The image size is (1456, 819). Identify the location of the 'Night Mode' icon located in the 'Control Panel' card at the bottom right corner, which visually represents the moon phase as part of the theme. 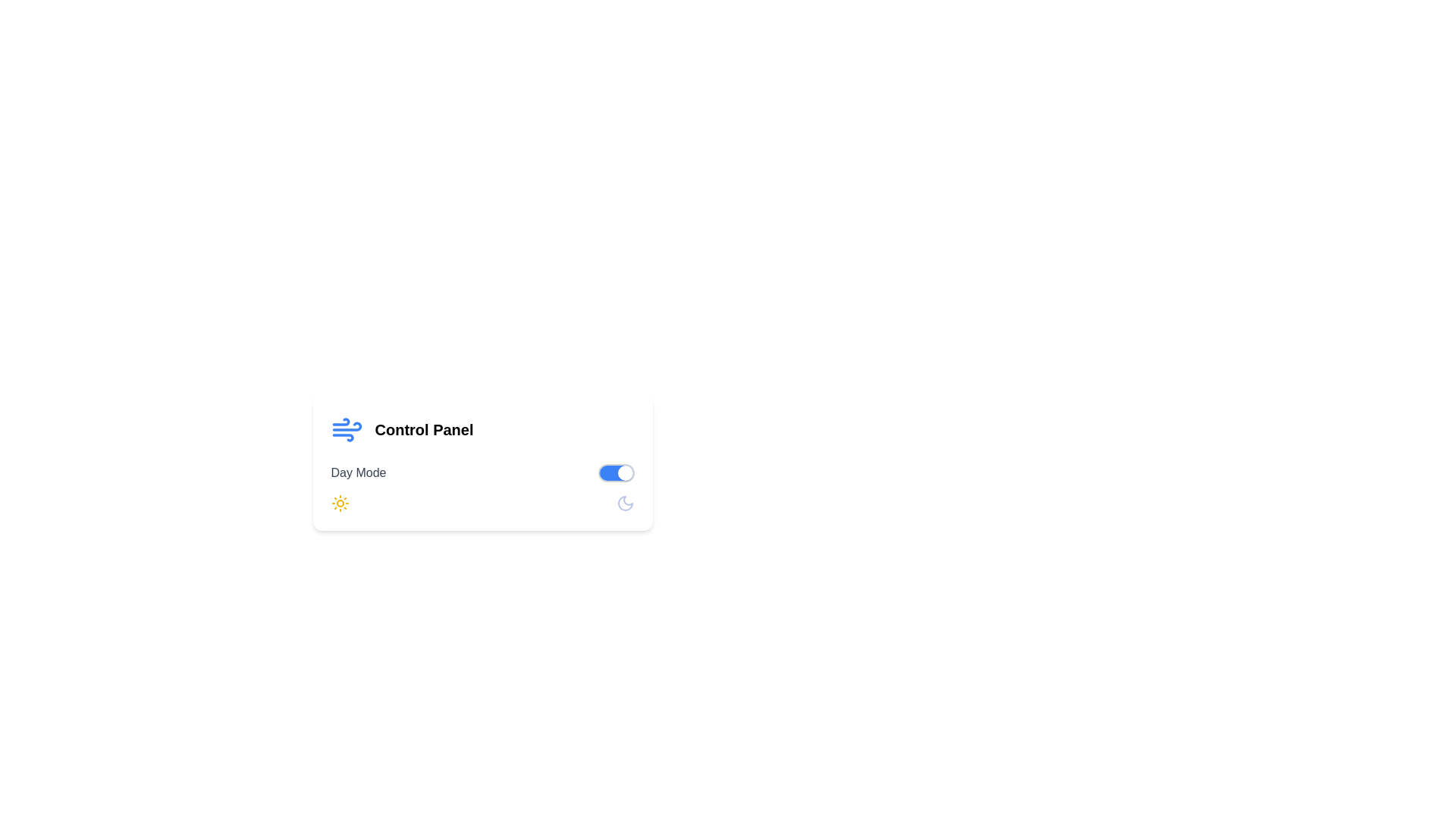
(625, 503).